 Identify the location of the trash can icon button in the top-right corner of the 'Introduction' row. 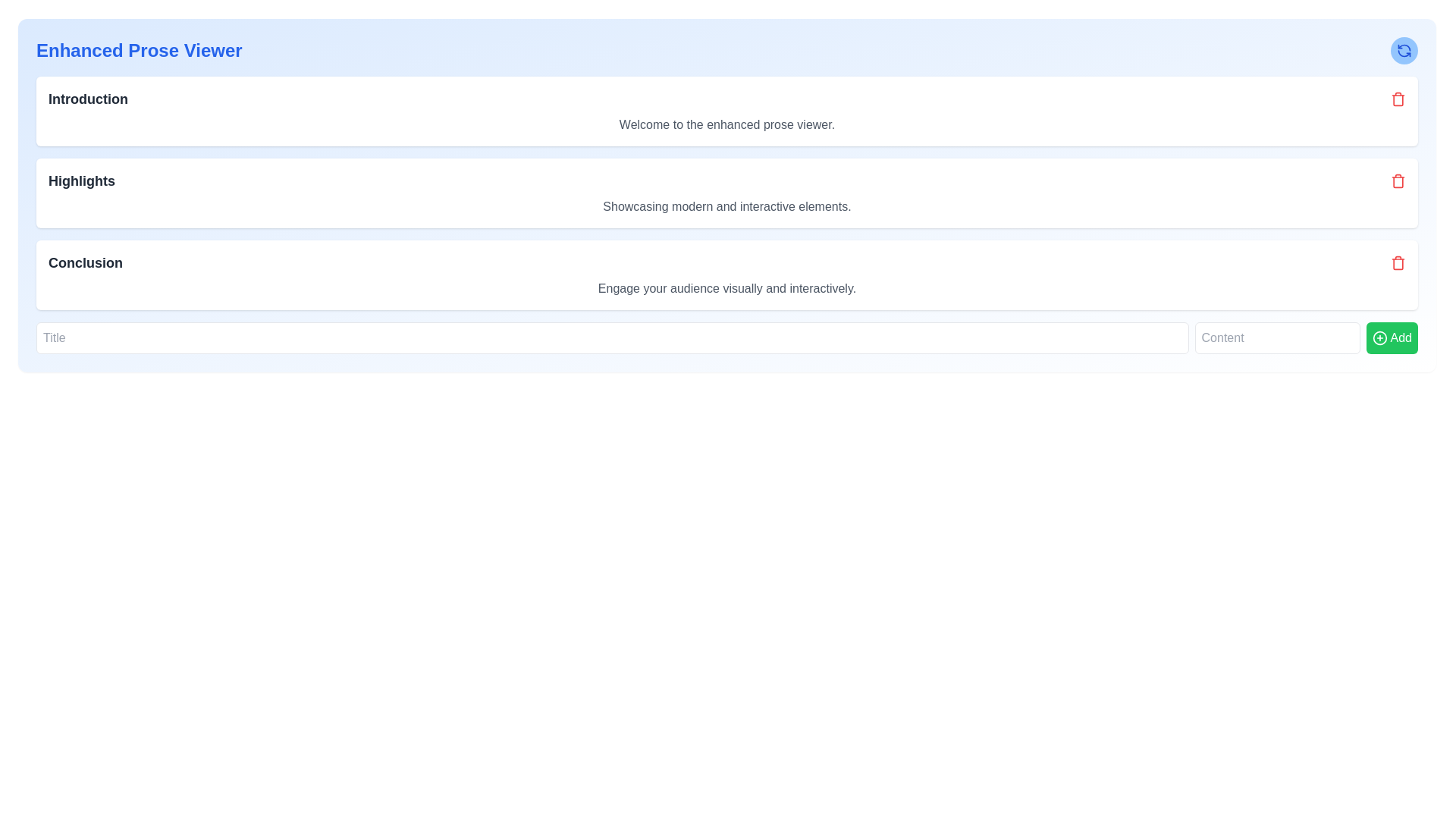
(1397, 99).